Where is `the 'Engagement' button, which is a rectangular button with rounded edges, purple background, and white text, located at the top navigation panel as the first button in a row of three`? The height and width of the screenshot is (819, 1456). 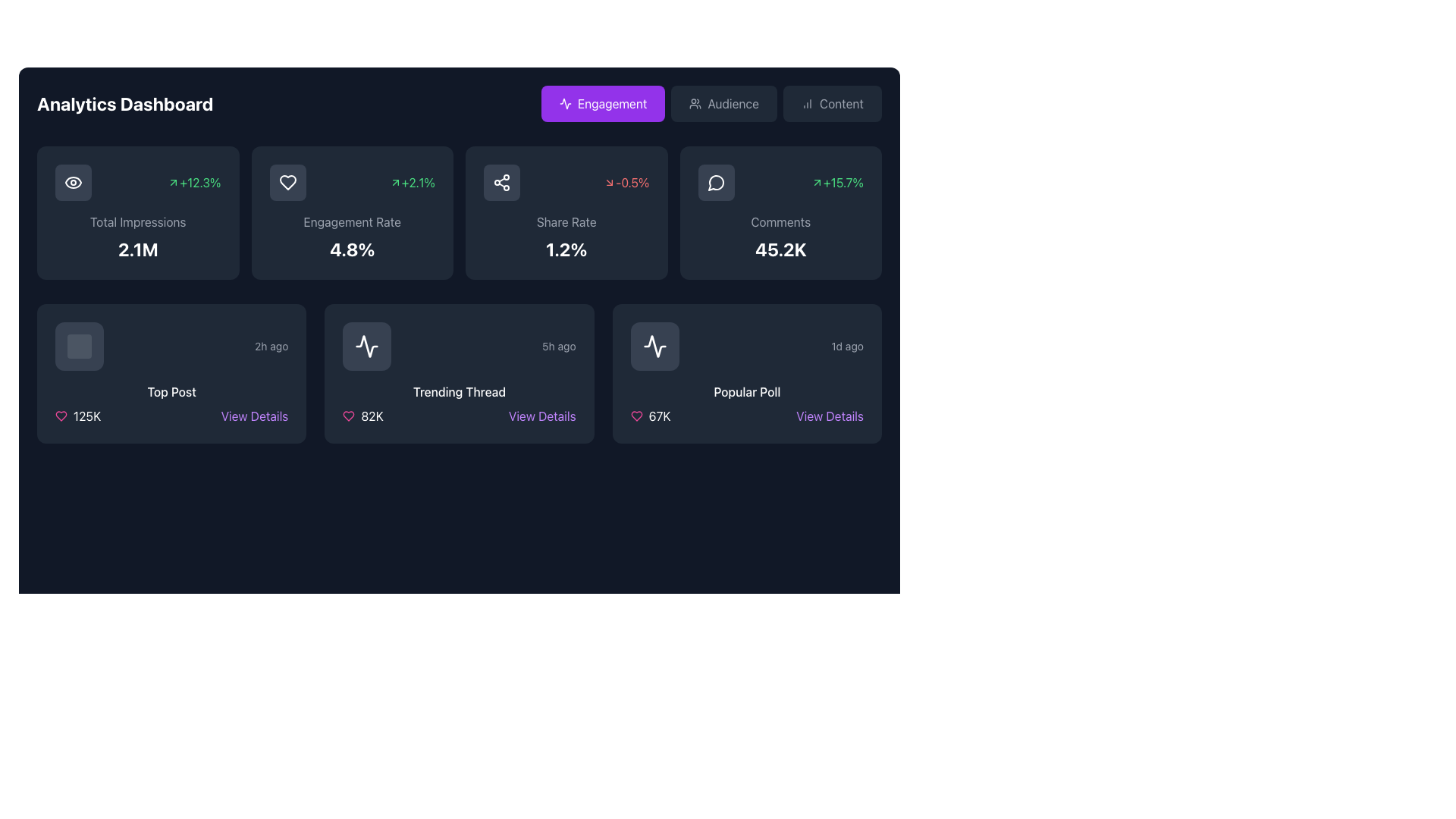
the 'Engagement' button, which is a rectangular button with rounded edges, purple background, and white text, located at the top navigation panel as the first button in a row of three is located at coordinates (602, 103).